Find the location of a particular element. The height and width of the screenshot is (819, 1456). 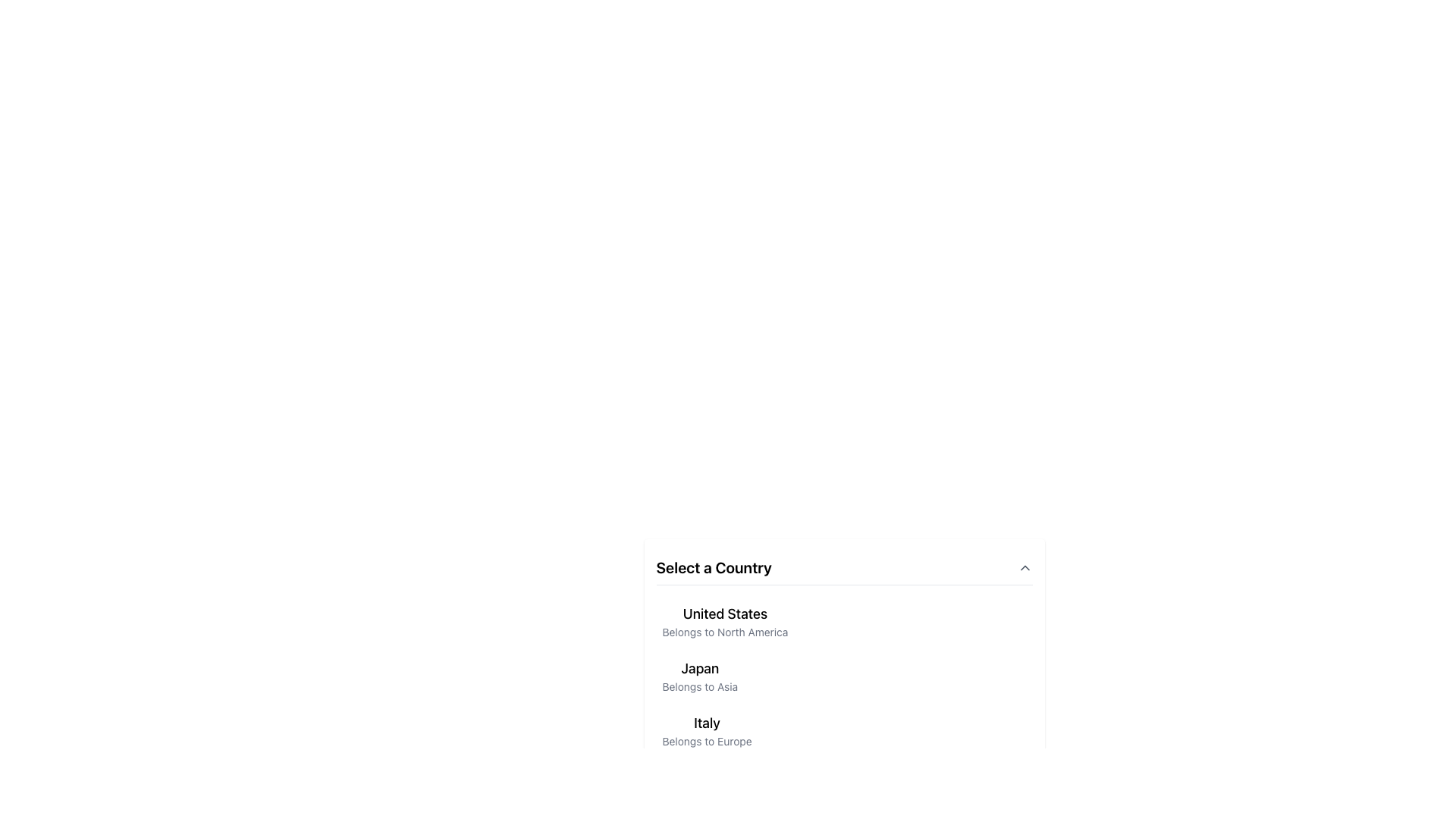

the text label displaying 'Belongs to Europe', which is a smaller gray sans-serif font located beneath the 'Italy' label in the selection group is located at coordinates (706, 741).